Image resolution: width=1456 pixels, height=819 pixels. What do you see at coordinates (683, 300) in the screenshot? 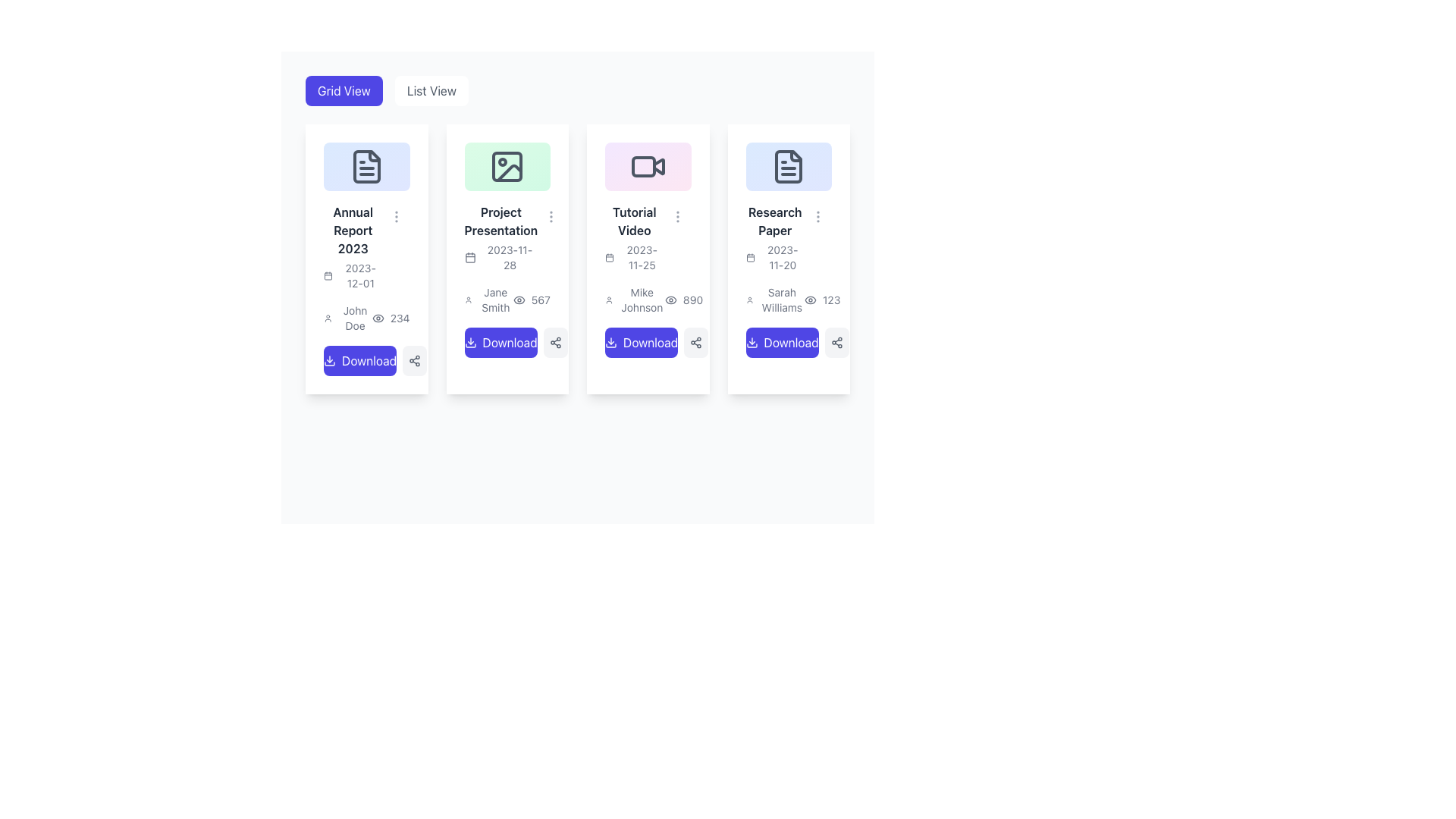
I see `the view count displayed next to 'Mike Johnson' and above the 'Download' button in the third card labeled 'Tutorial Video'` at bounding box center [683, 300].